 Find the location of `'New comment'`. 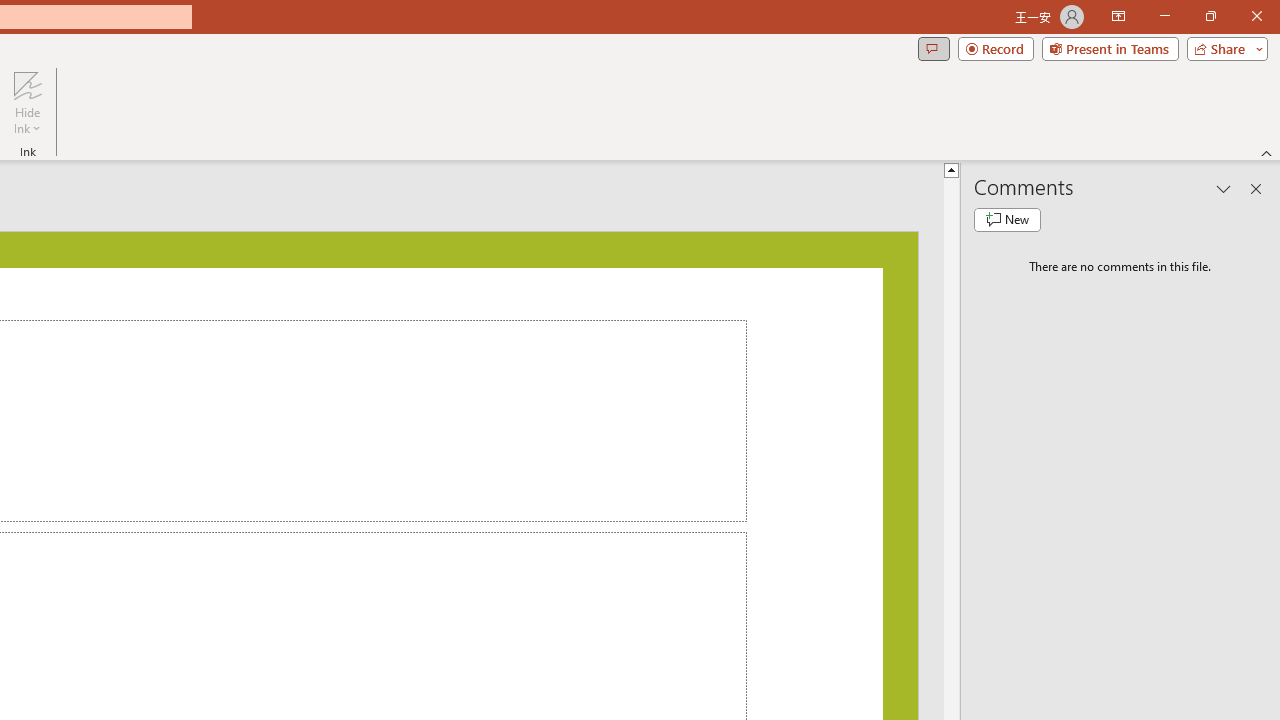

'New comment' is located at coordinates (1007, 219).